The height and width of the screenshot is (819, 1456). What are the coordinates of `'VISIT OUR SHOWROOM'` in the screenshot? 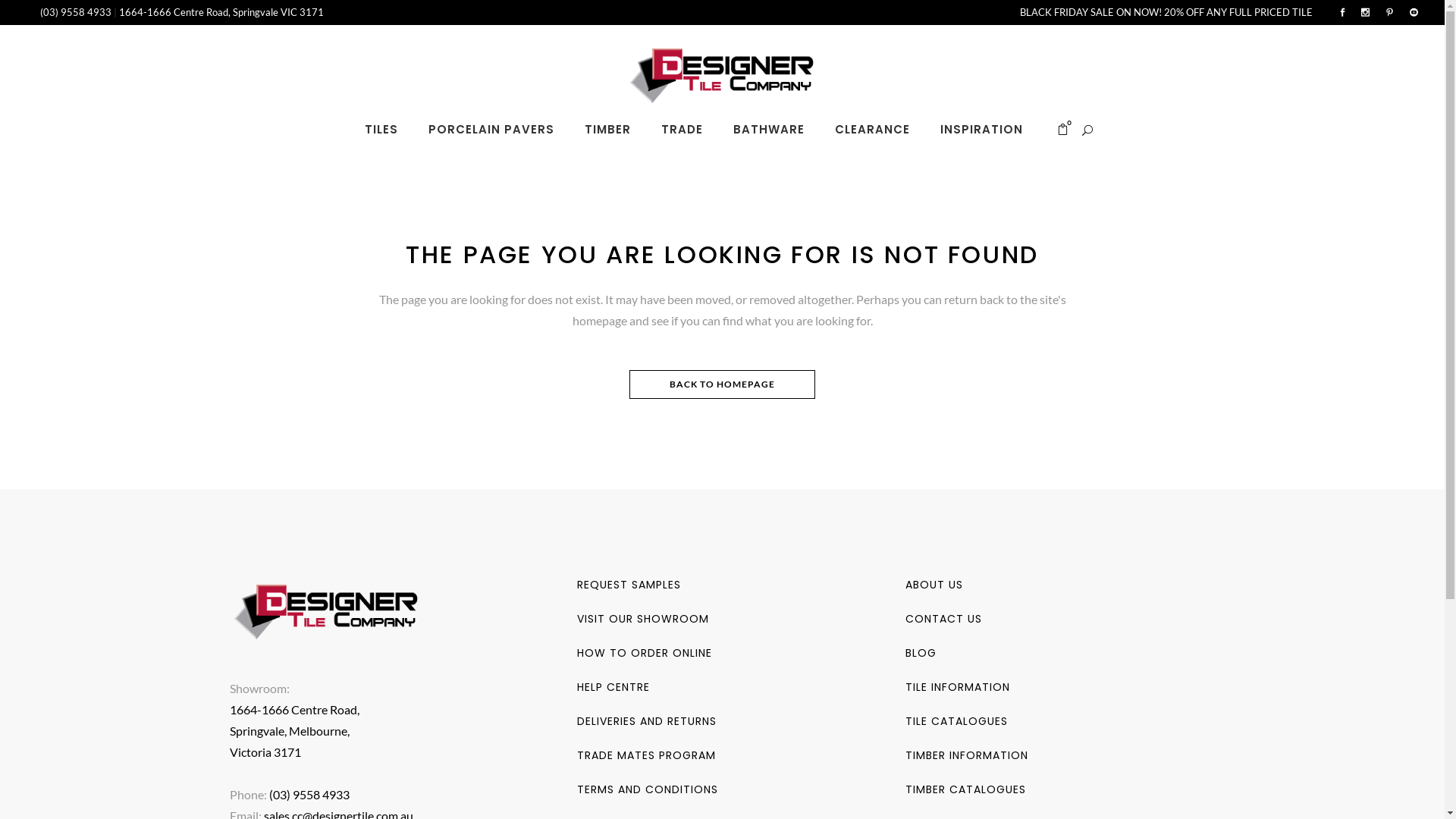 It's located at (576, 619).